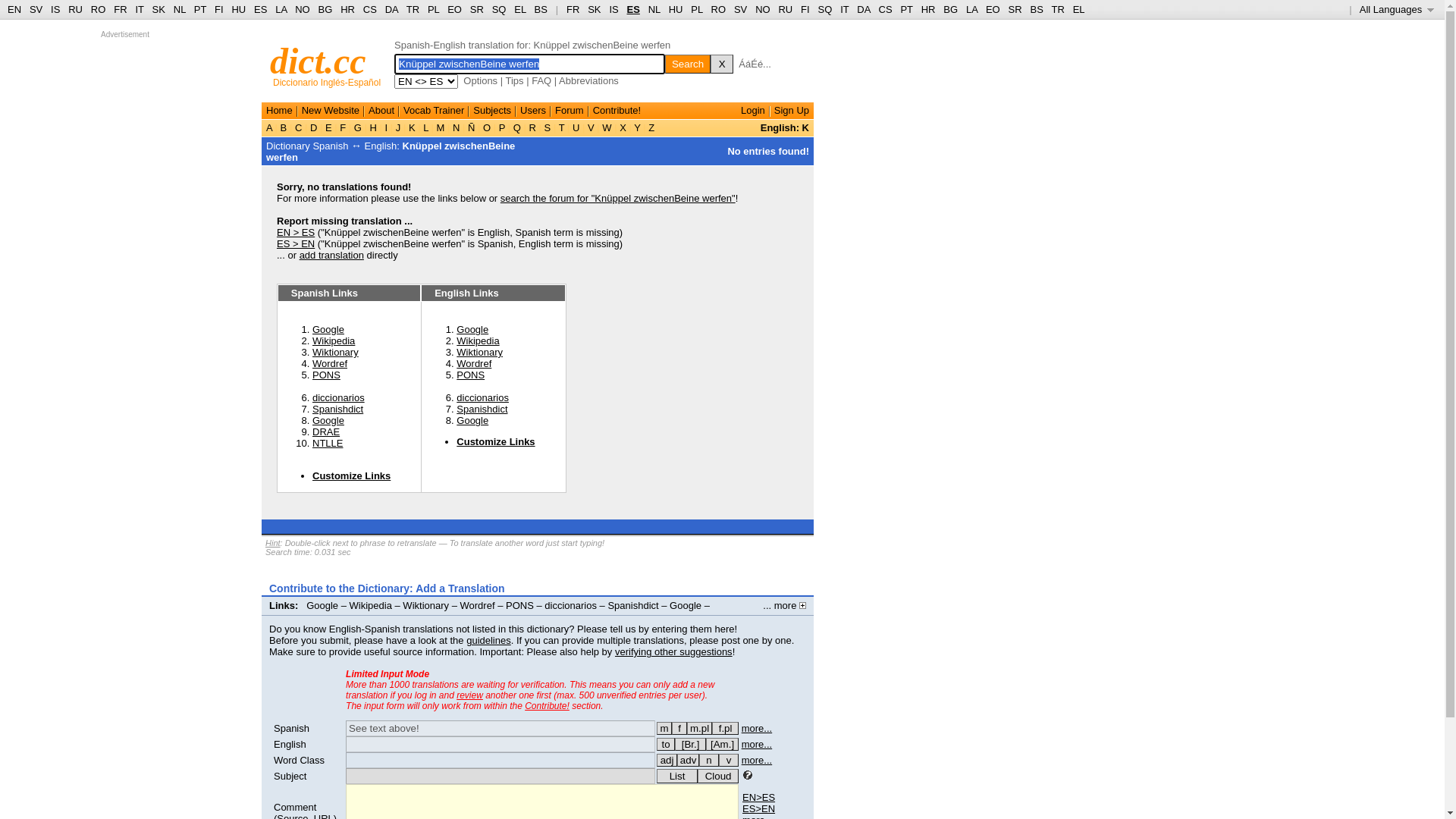 This screenshot has height=819, width=1456. Describe the element at coordinates (370, 9) in the screenshot. I see `'CS'` at that location.